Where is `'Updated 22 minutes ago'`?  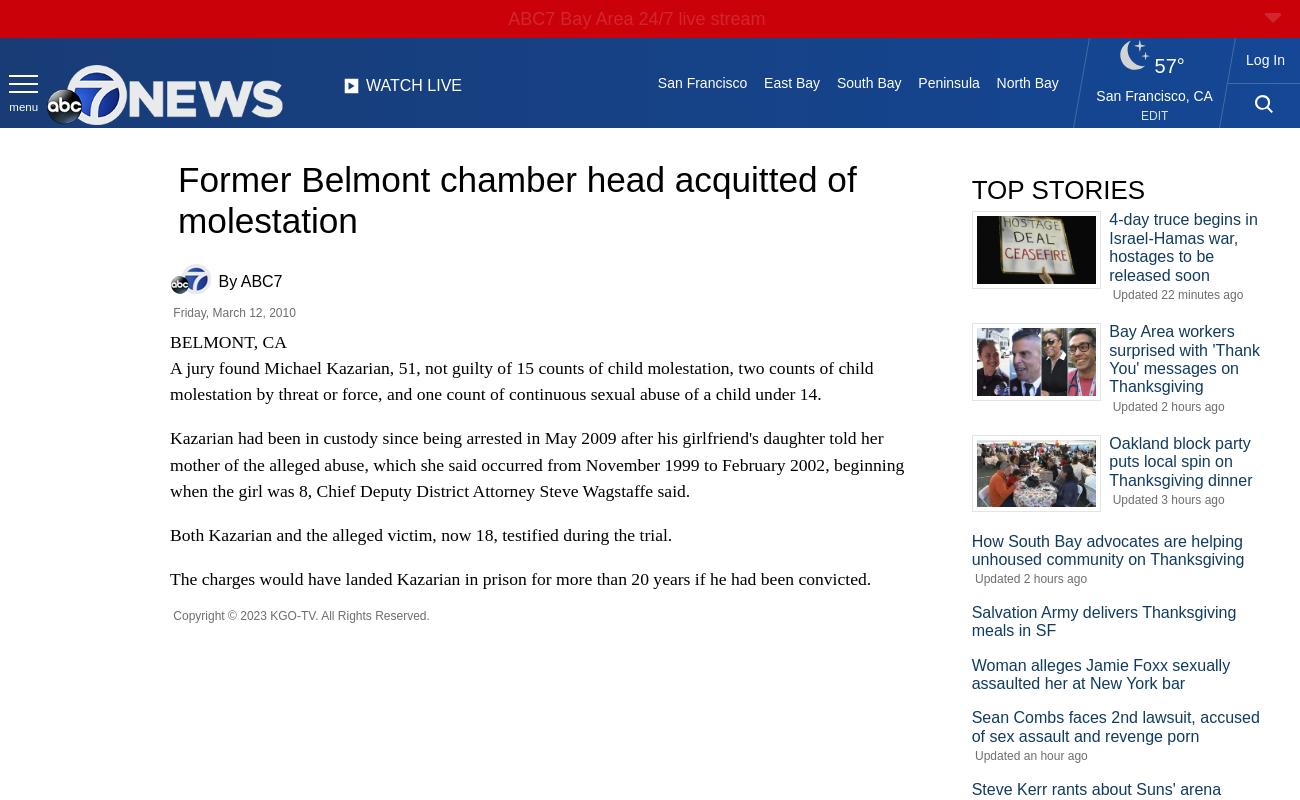 'Updated 22 minutes ago' is located at coordinates (1177, 295).